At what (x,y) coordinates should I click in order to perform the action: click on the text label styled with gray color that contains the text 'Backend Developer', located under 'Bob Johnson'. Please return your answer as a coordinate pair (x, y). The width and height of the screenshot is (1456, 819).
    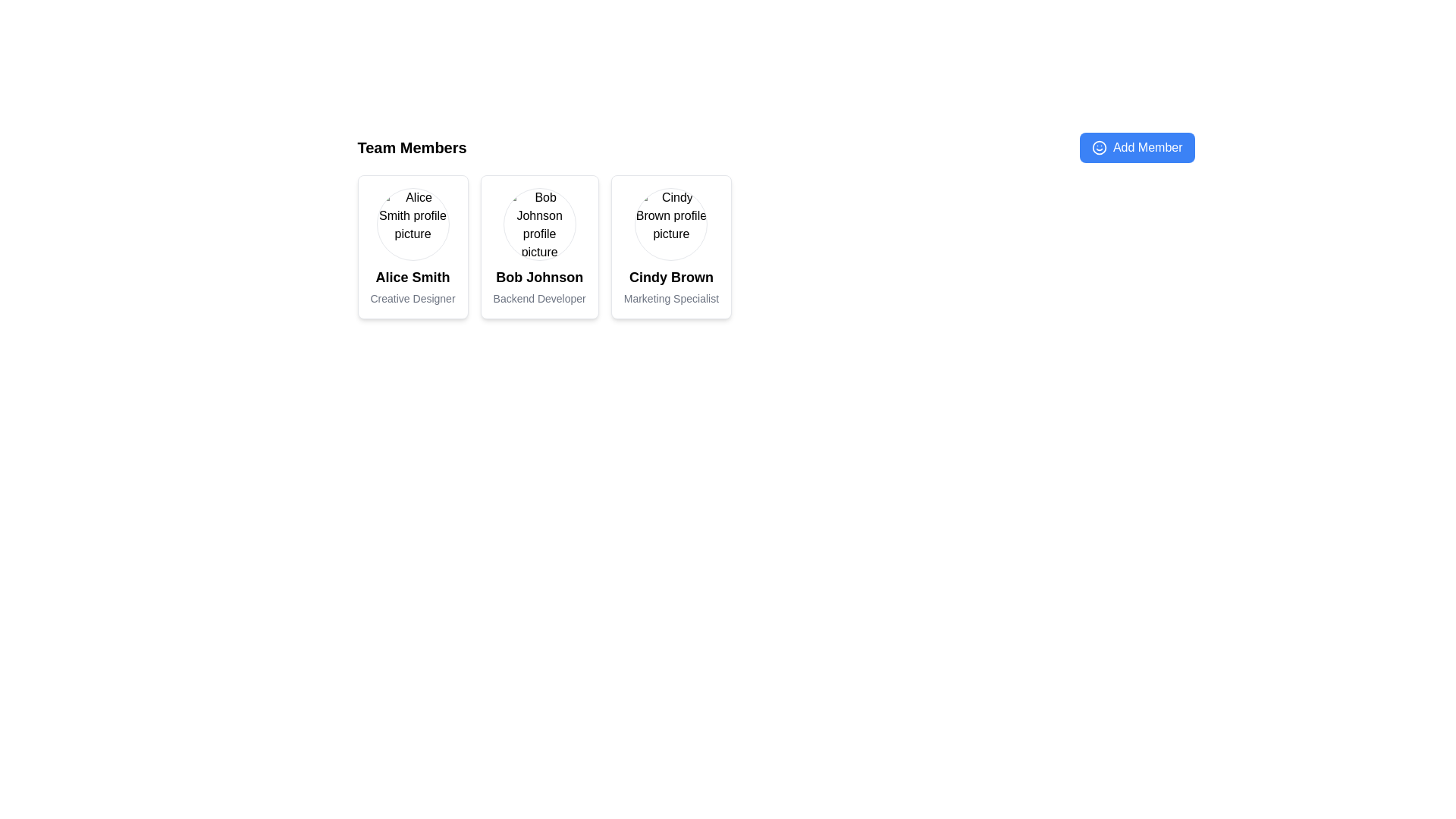
    Looking at the image, I should click on (539, 298).